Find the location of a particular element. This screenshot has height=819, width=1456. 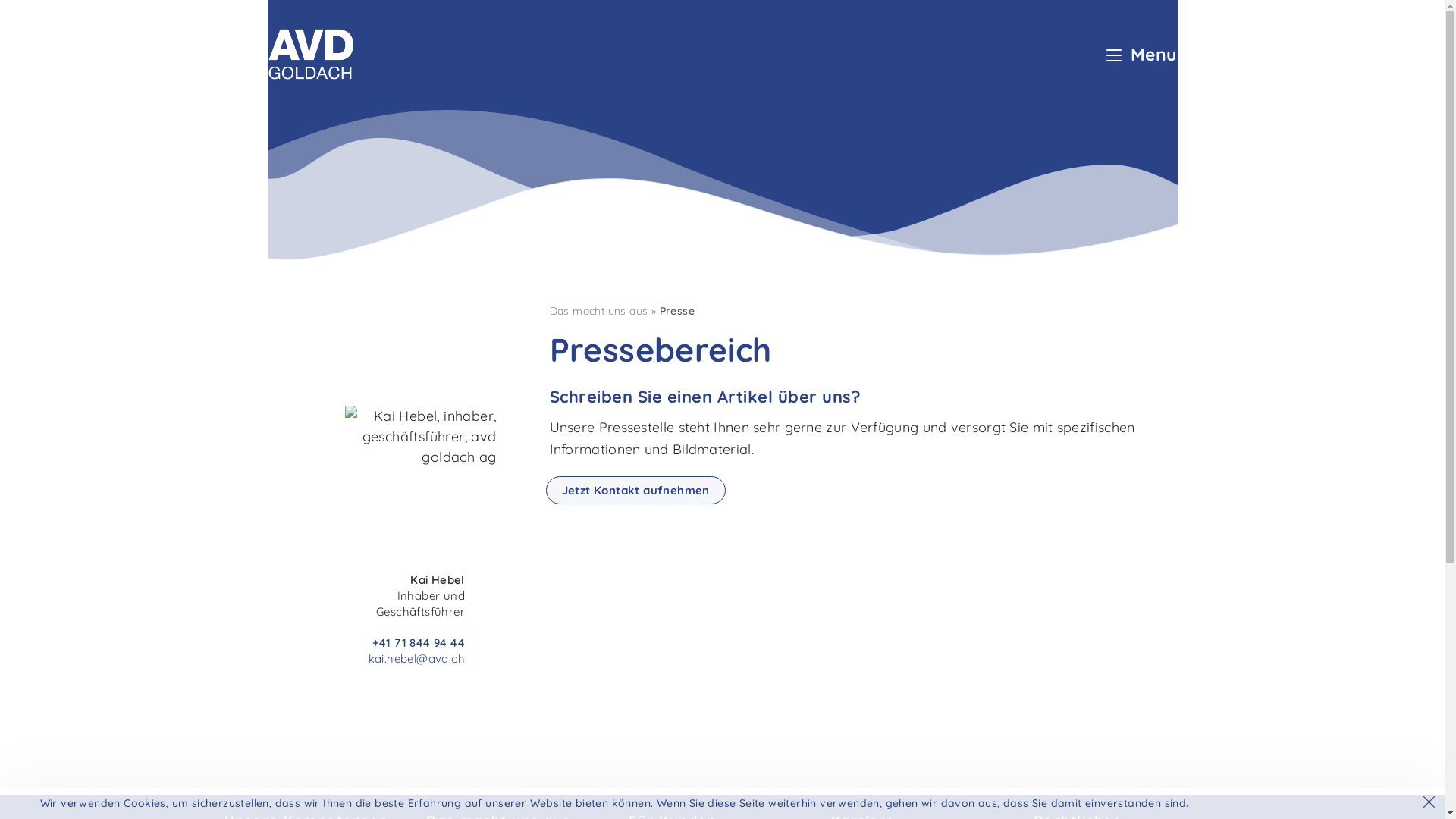

'+41 71 844 94 44' is located at coordinates (418, 642).